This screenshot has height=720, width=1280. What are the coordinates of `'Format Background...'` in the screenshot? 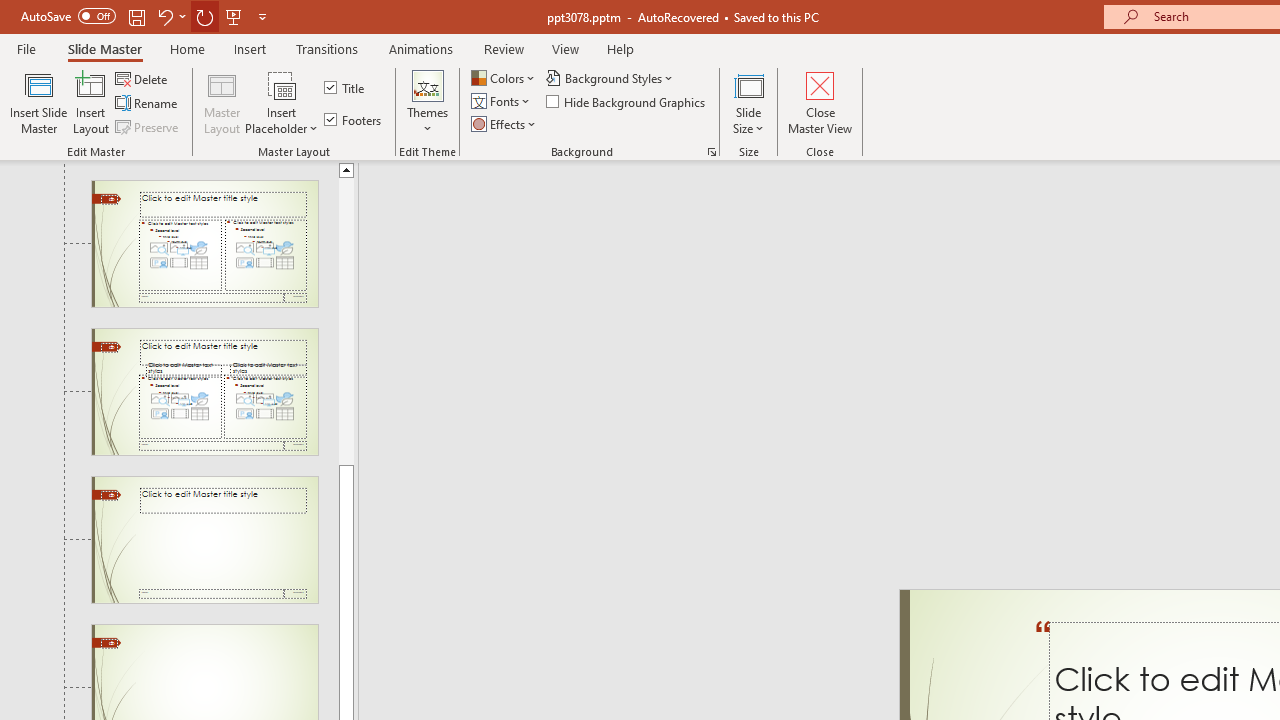 It's located at (711, 150).